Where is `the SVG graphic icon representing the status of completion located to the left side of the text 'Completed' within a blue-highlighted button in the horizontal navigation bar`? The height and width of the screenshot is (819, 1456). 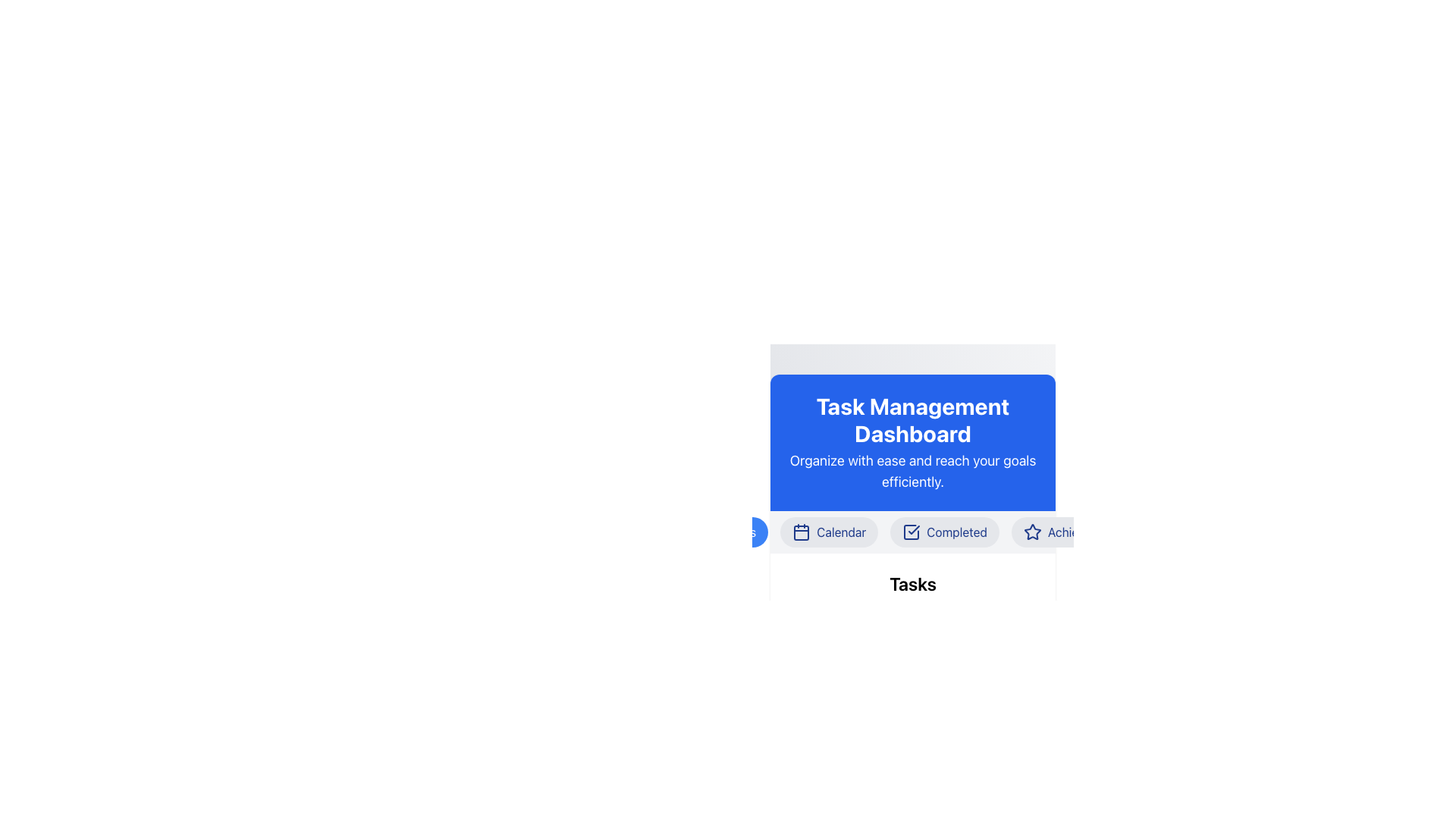 the SVG graphic icon representing the status of completion located to the left side of the text 'Completed' within a blue-highlighted button in the horizontal navigation bar is located at coordinates (911, 532).